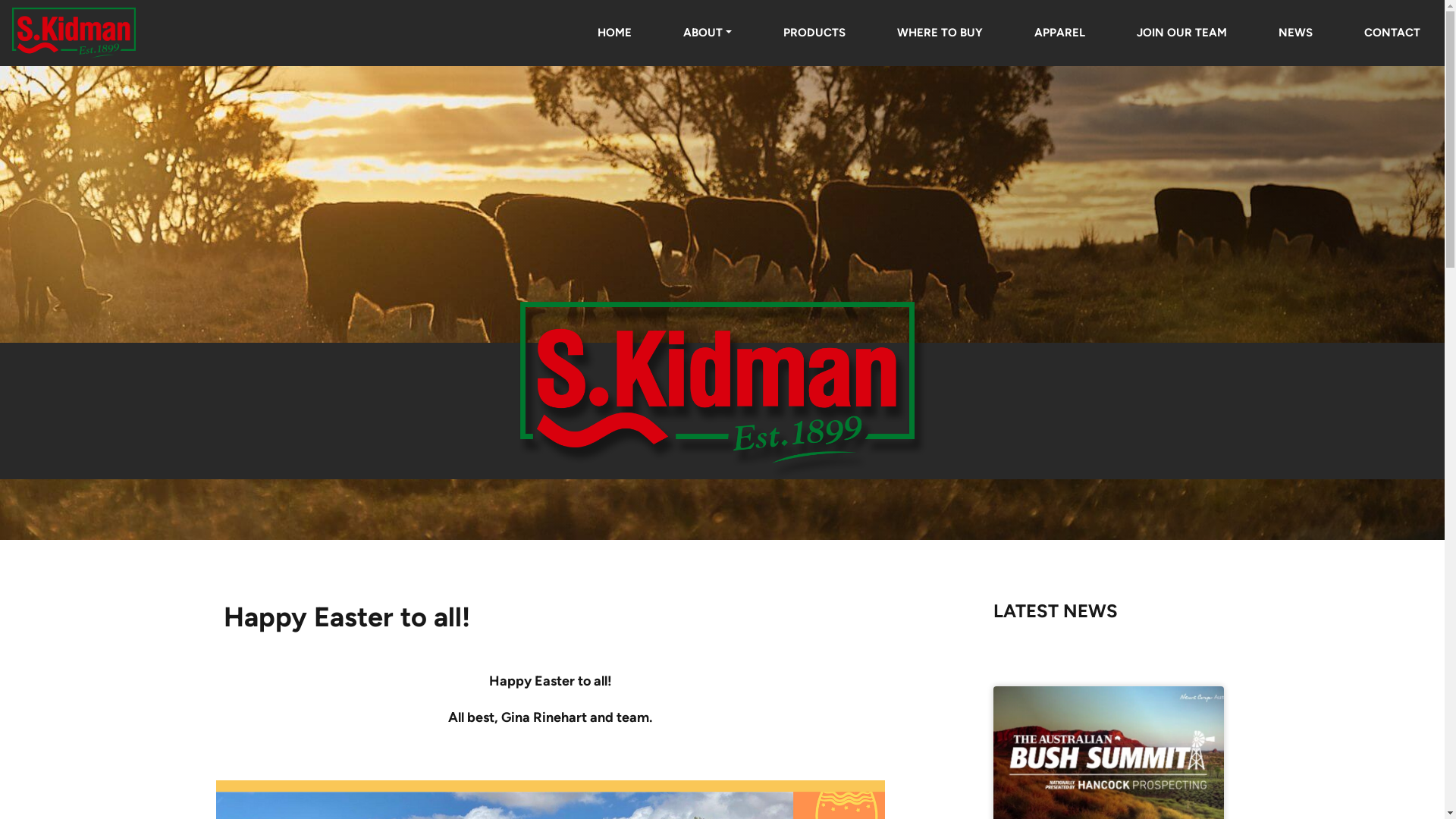 This screenshot has height=819, width=1456. What do you see at coordinates (706, 32) in the screenshot?
I see `'ABOUT'` at bounding box center [706, 32].